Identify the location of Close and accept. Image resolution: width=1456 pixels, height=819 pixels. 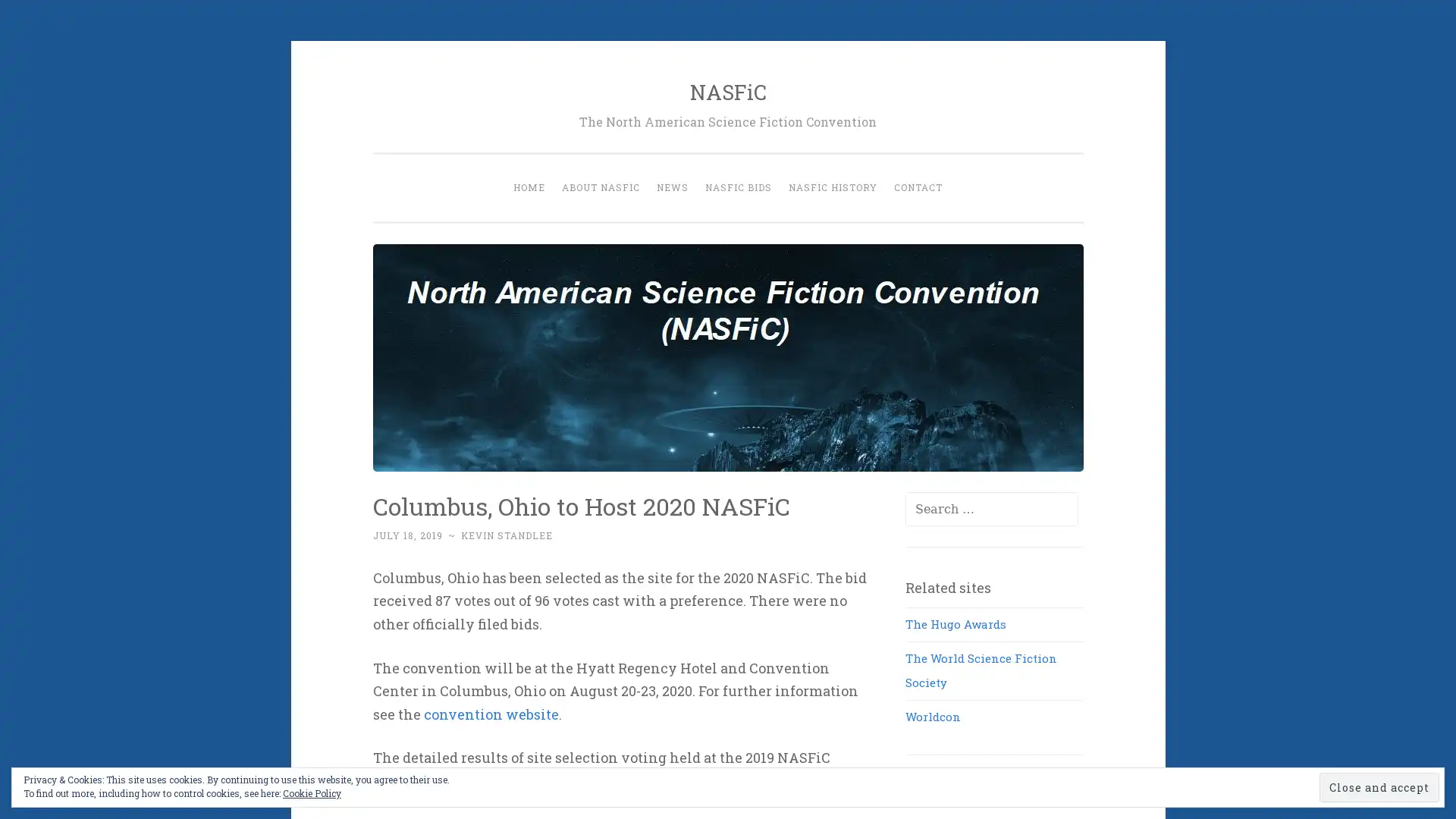
(1379, 786).